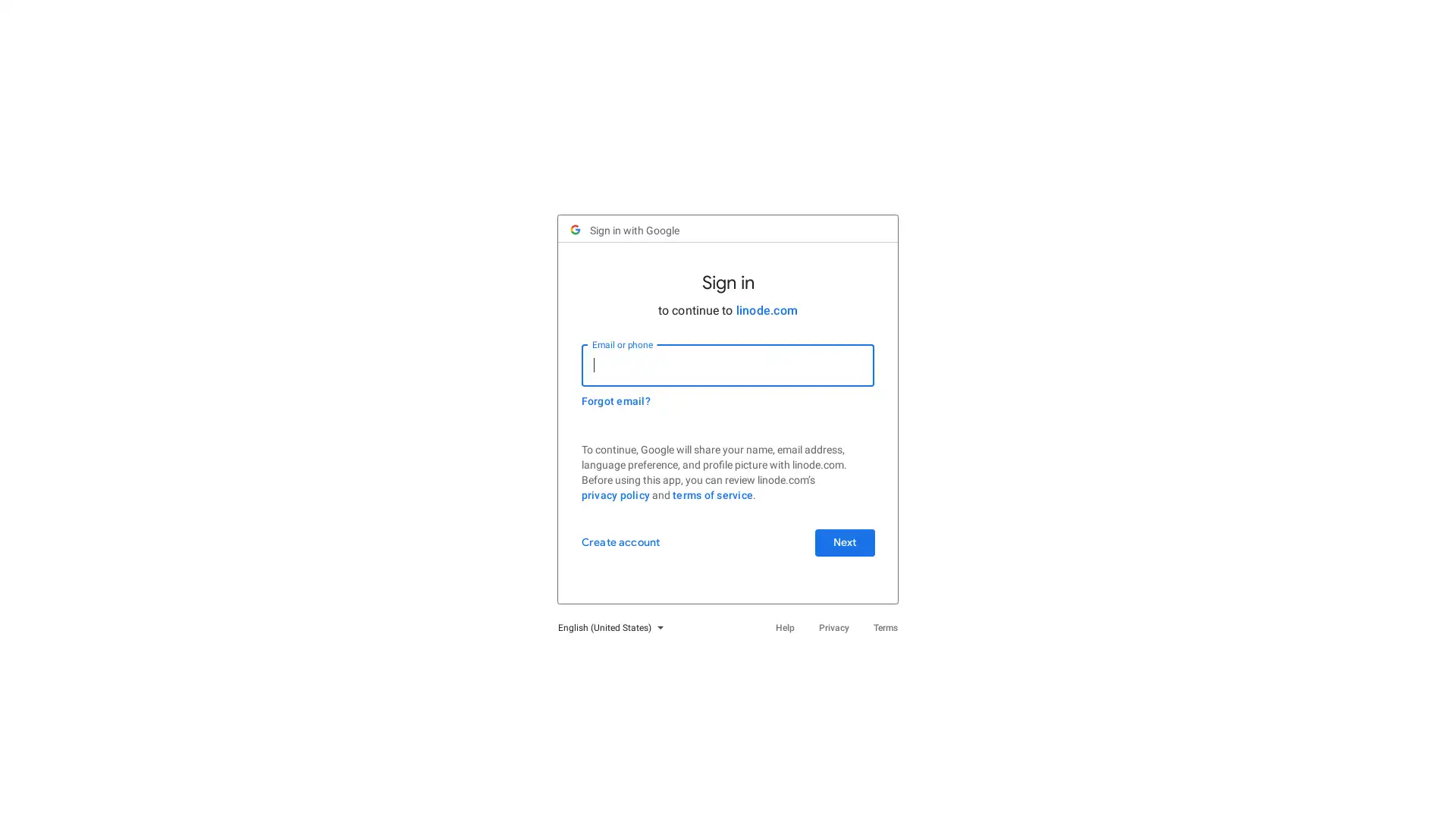 The width and height of the screenshot is (1456, 819). Describe the element at coordinates (767, 315) in the screenshot. I see `linode.com` at that location.